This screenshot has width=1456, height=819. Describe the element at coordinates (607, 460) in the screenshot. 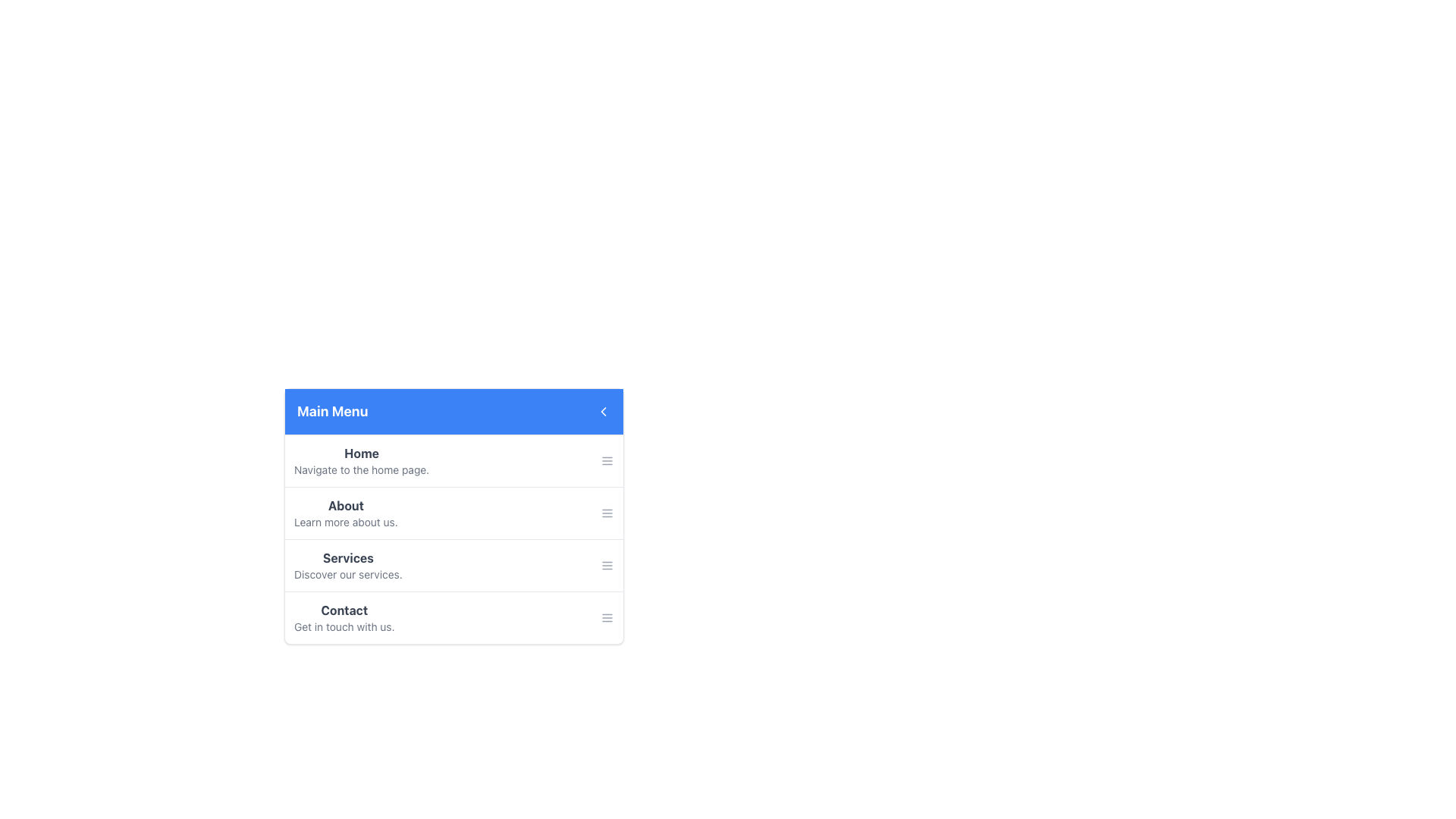

I see `the menu icon represented by three horizontal lines, located to the far right of the 'Home' label` at that location.